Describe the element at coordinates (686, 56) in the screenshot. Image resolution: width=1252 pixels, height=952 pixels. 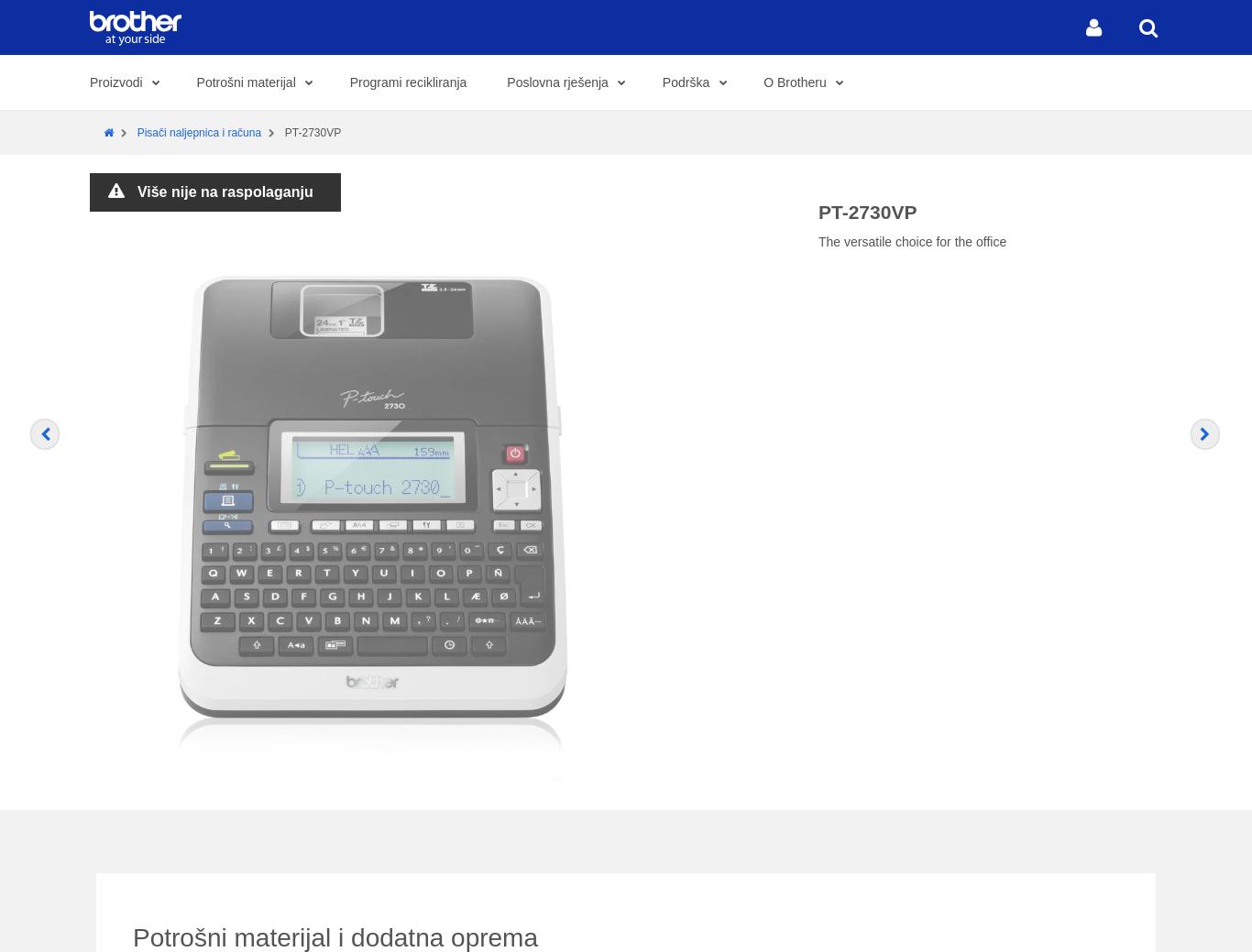
I see `'Ver 2.0 Full Speed'` at that location.